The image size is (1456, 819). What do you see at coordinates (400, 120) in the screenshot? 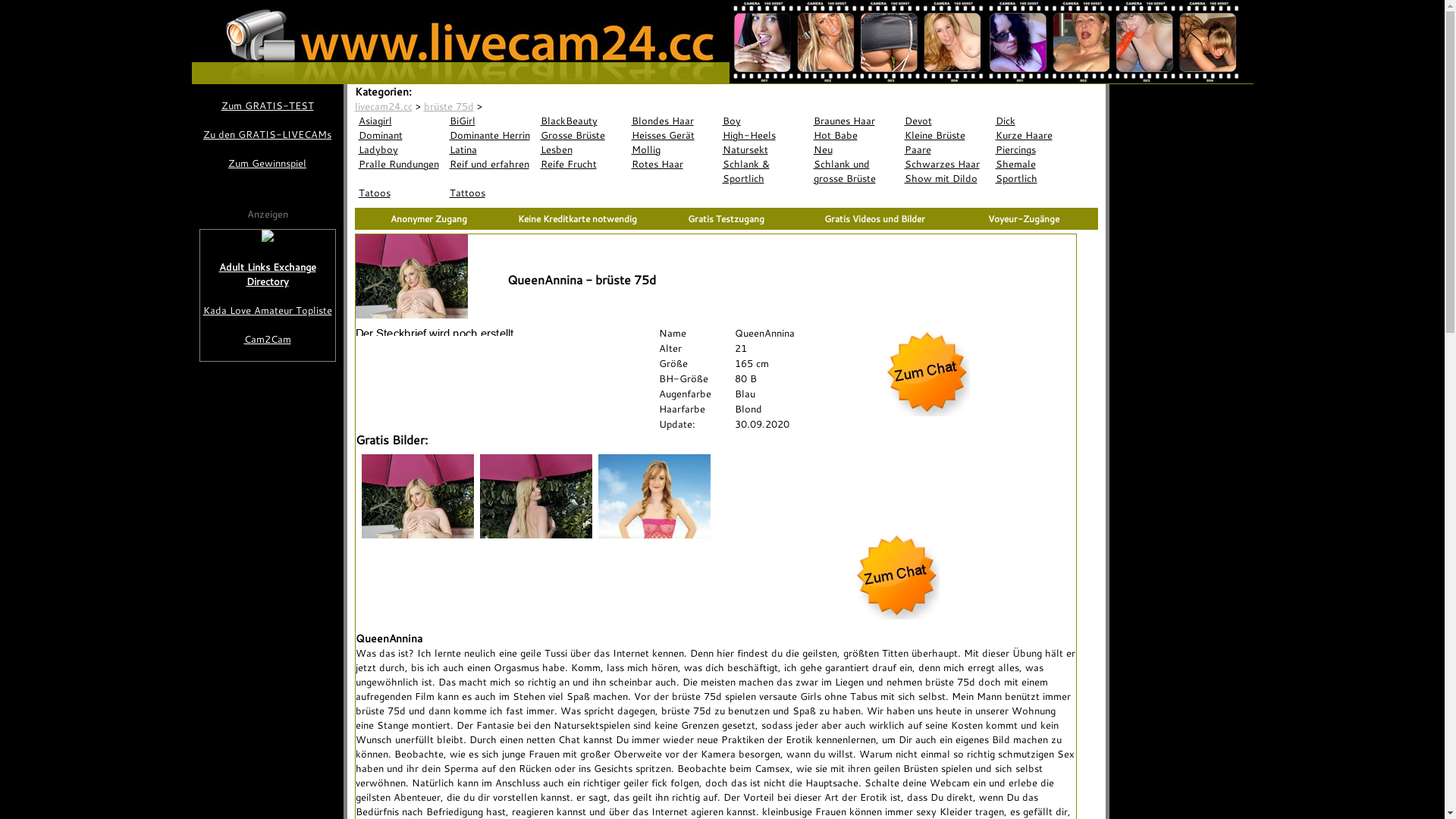
I see `'Asiagirl'` at bounding box center [400, 120].